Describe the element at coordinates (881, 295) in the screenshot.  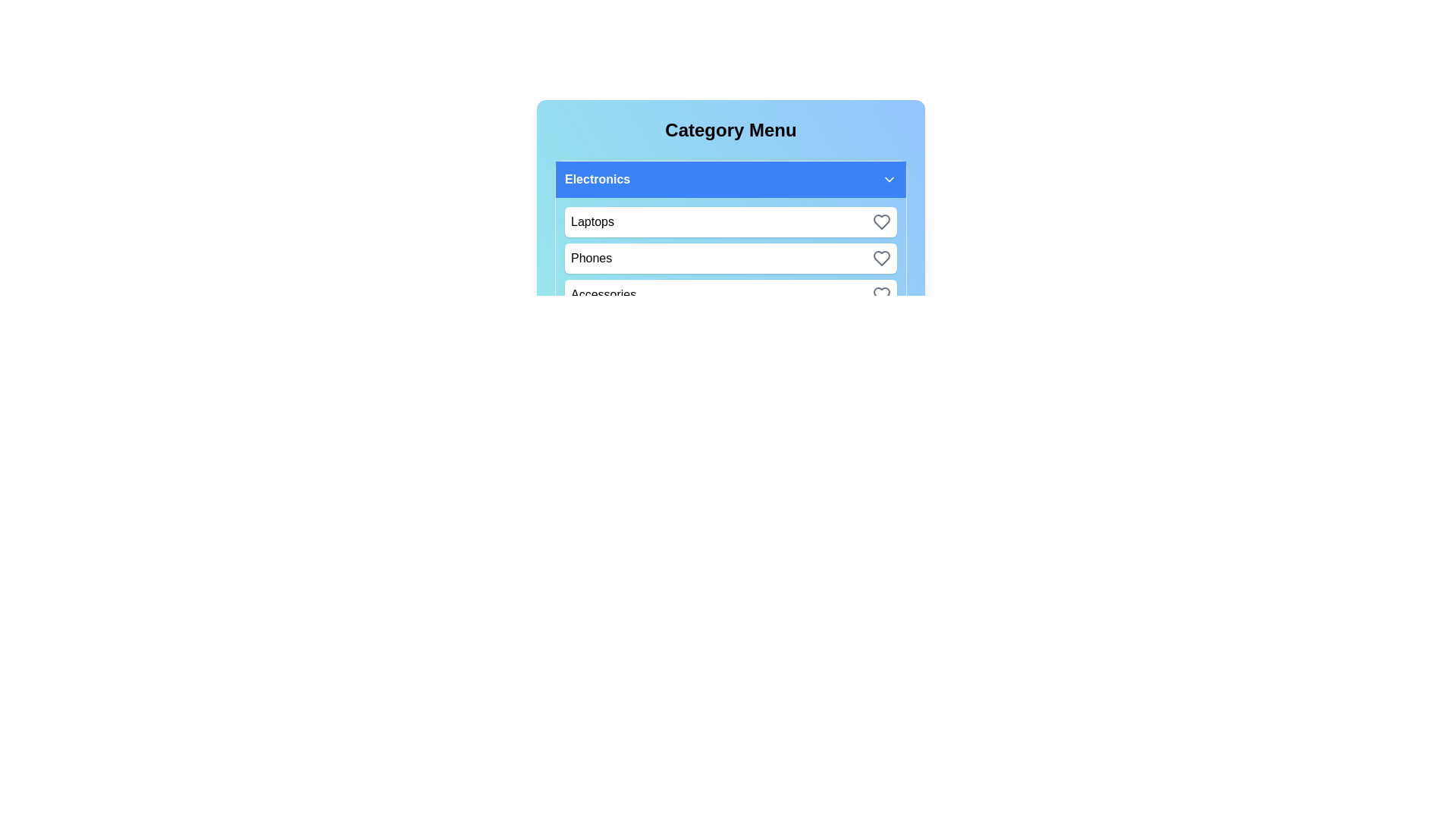
I see `the heart-shaped icon button, which is gray and located to the right of the word 'Accessories'` at that location.